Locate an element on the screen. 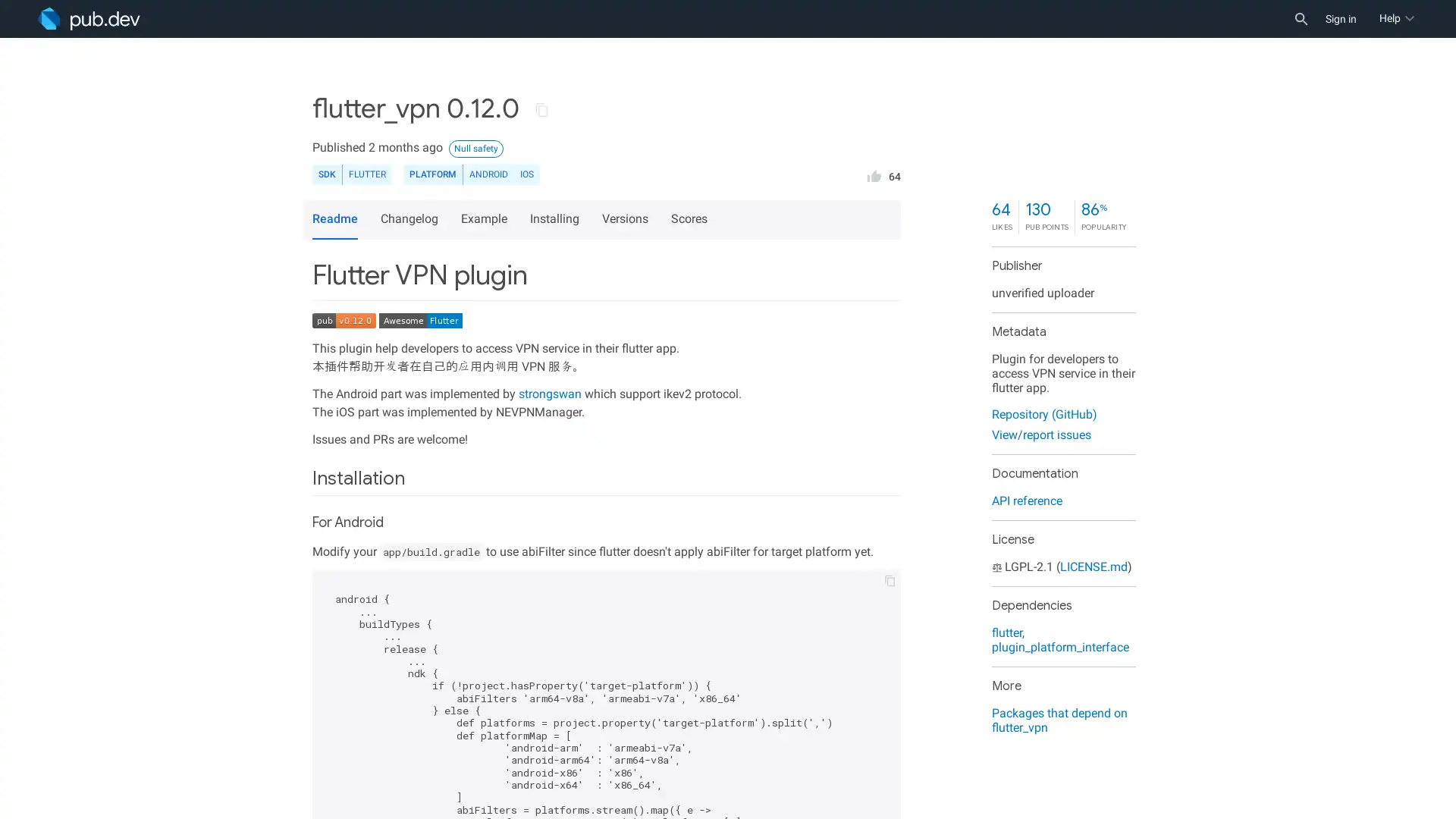 This screenshot has height=819, width=1456. Scores is located at coordinates (691, 219).